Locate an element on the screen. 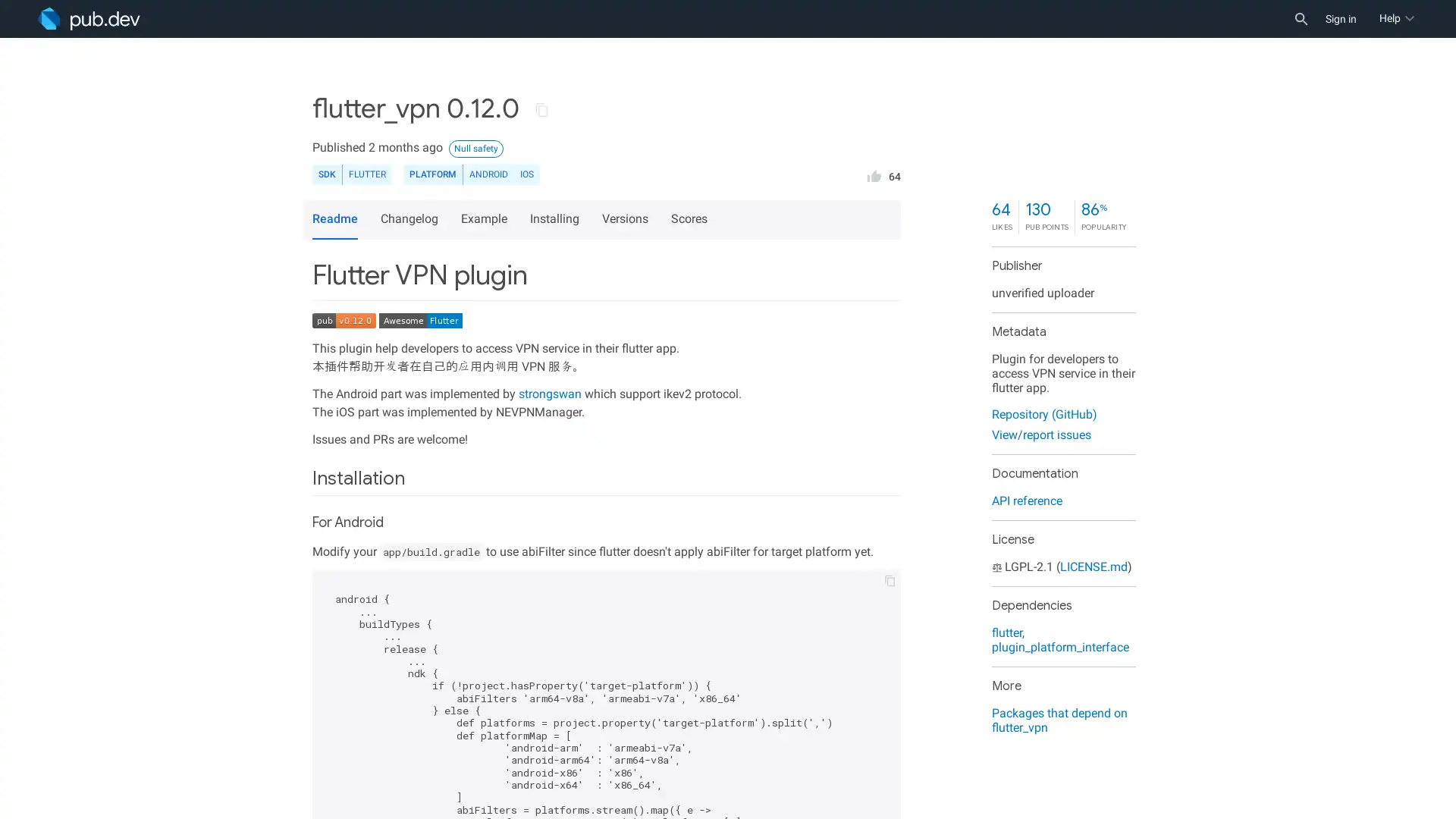 This screenshot has height=819, width=1456. Scores is located at coordinates (691, 219).